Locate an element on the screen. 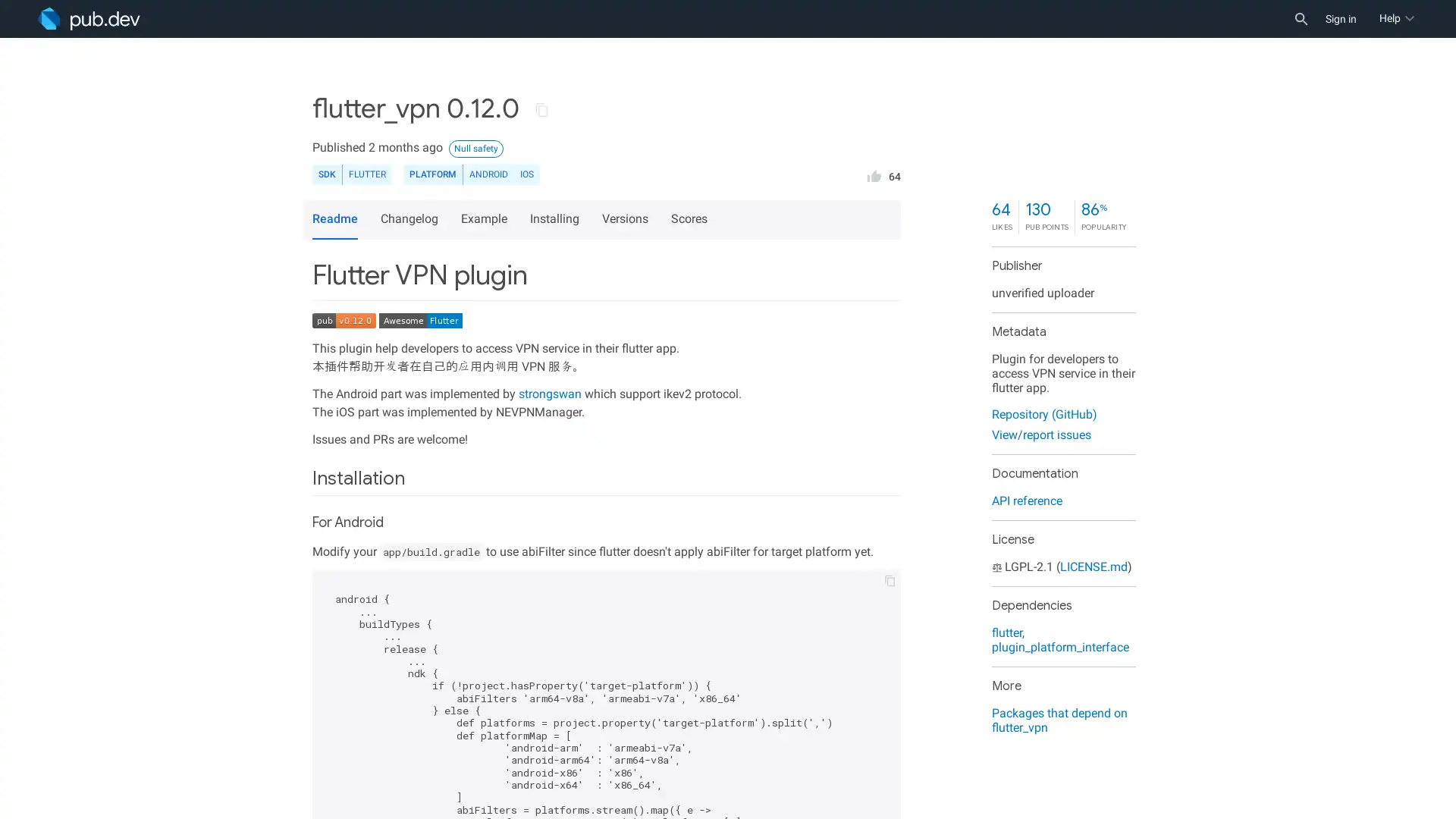 This screenshot has height=819, width=1456. Scores is located at coordinates (691, 219).